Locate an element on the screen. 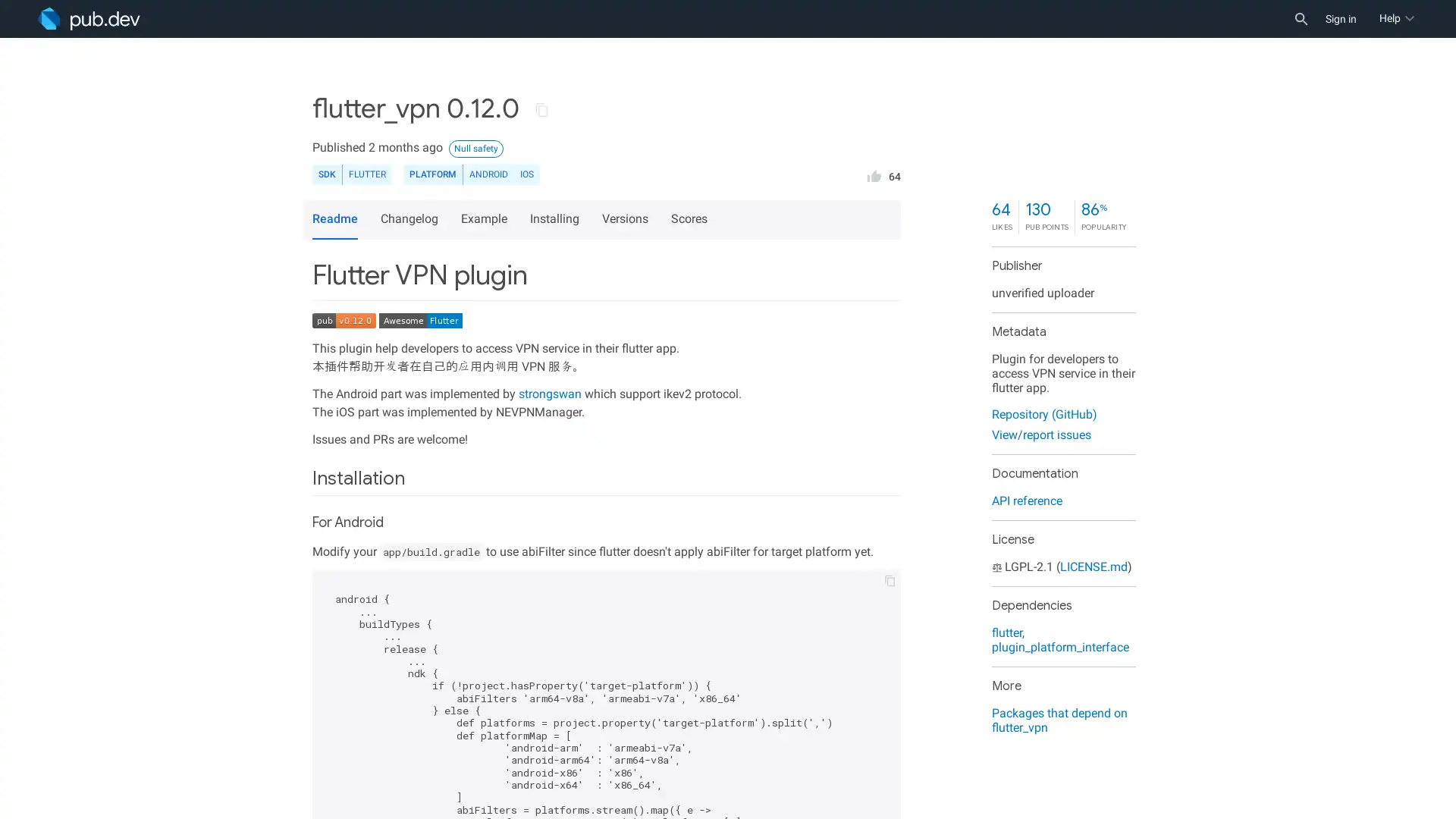 This screenshot has height=819, width=1456. Scores is located at coordinates (691, 219).